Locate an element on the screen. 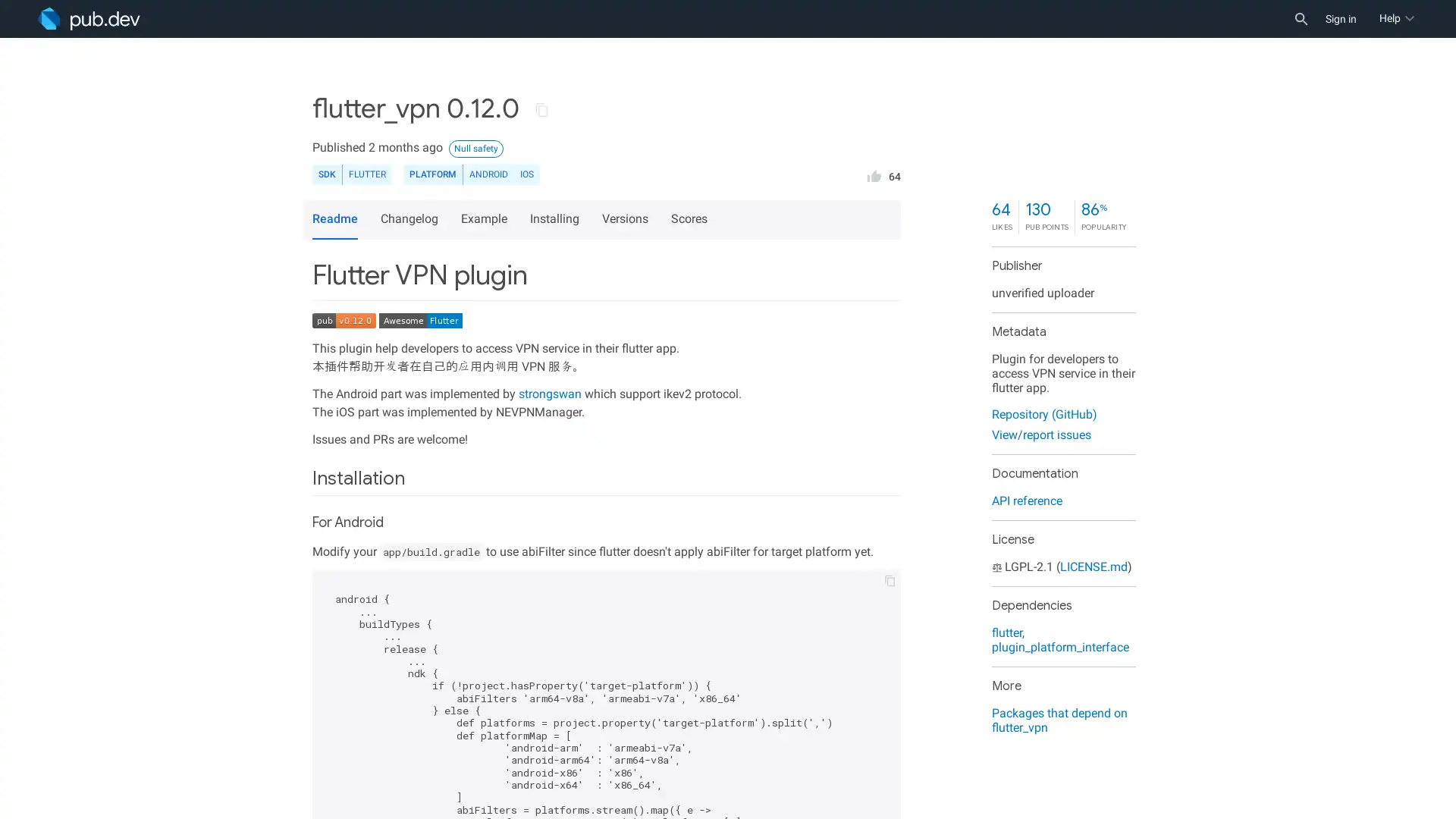 This screenshot has height=819, width=1456. Scores is located at coordinates (691, 219).